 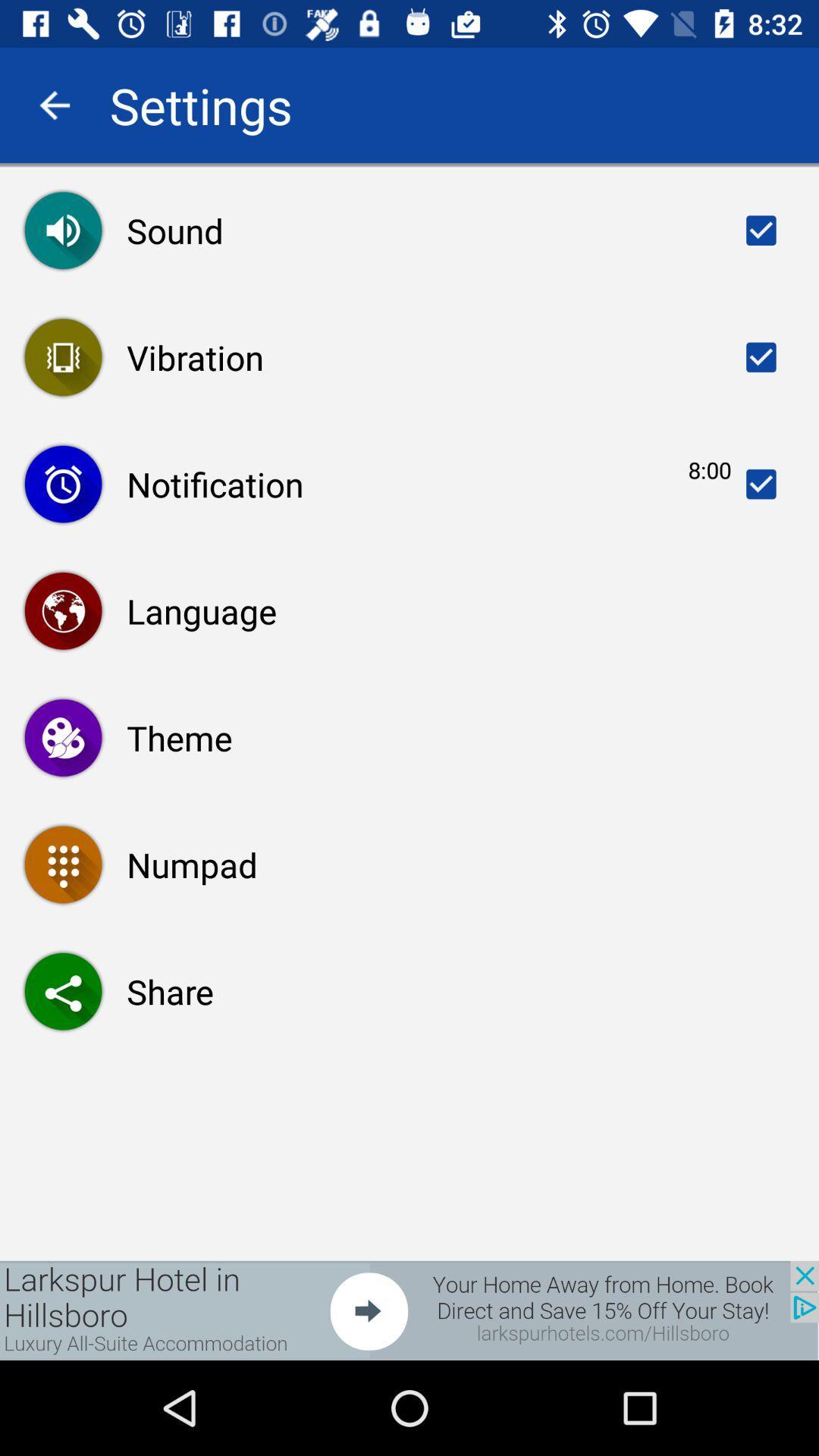 What do you see at coordinates (761, 483) in the screenshot?
I see `turn off notifications` at bounding box center [761, 483].